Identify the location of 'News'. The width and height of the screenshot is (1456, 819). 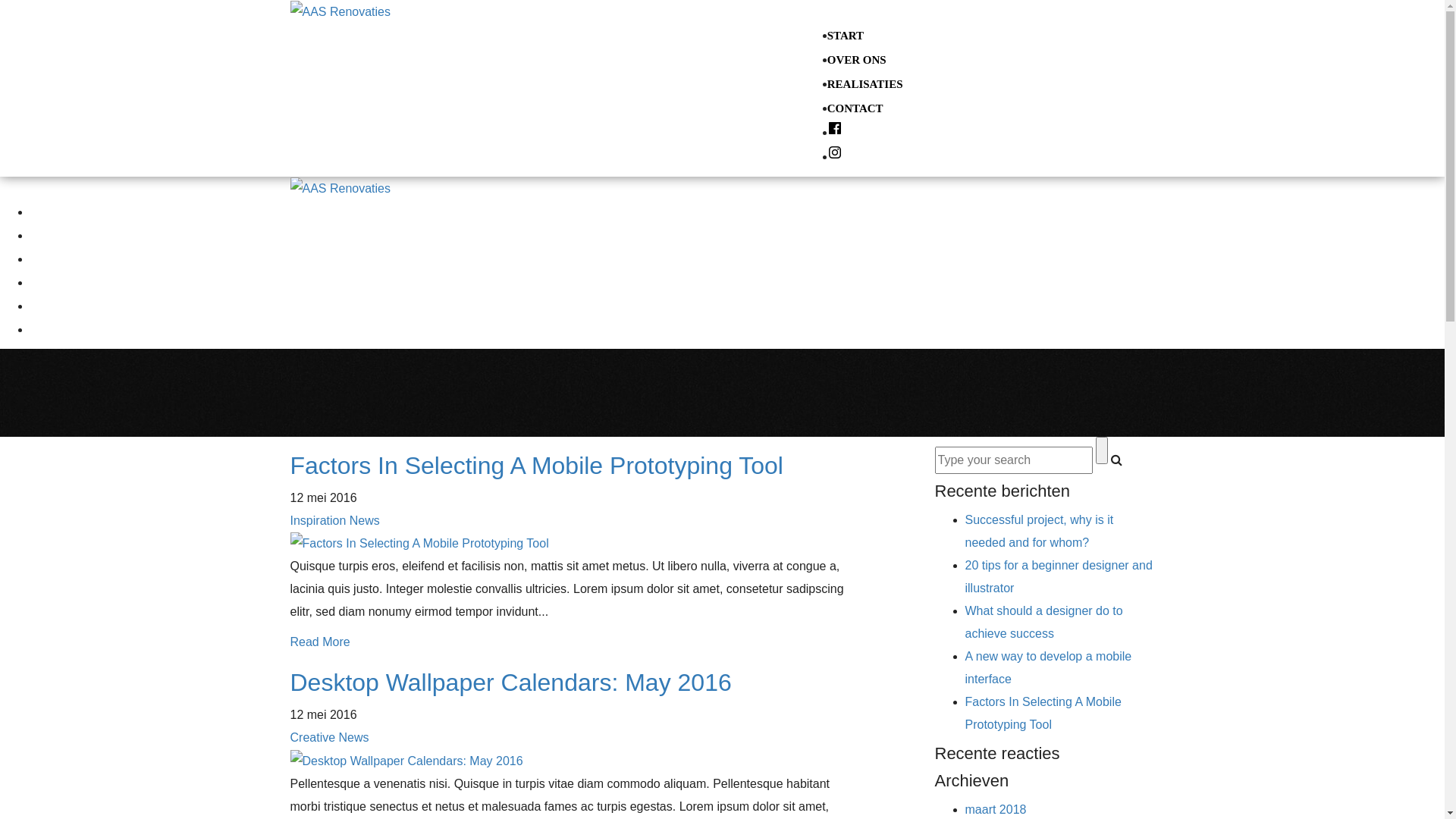
(364, 519).